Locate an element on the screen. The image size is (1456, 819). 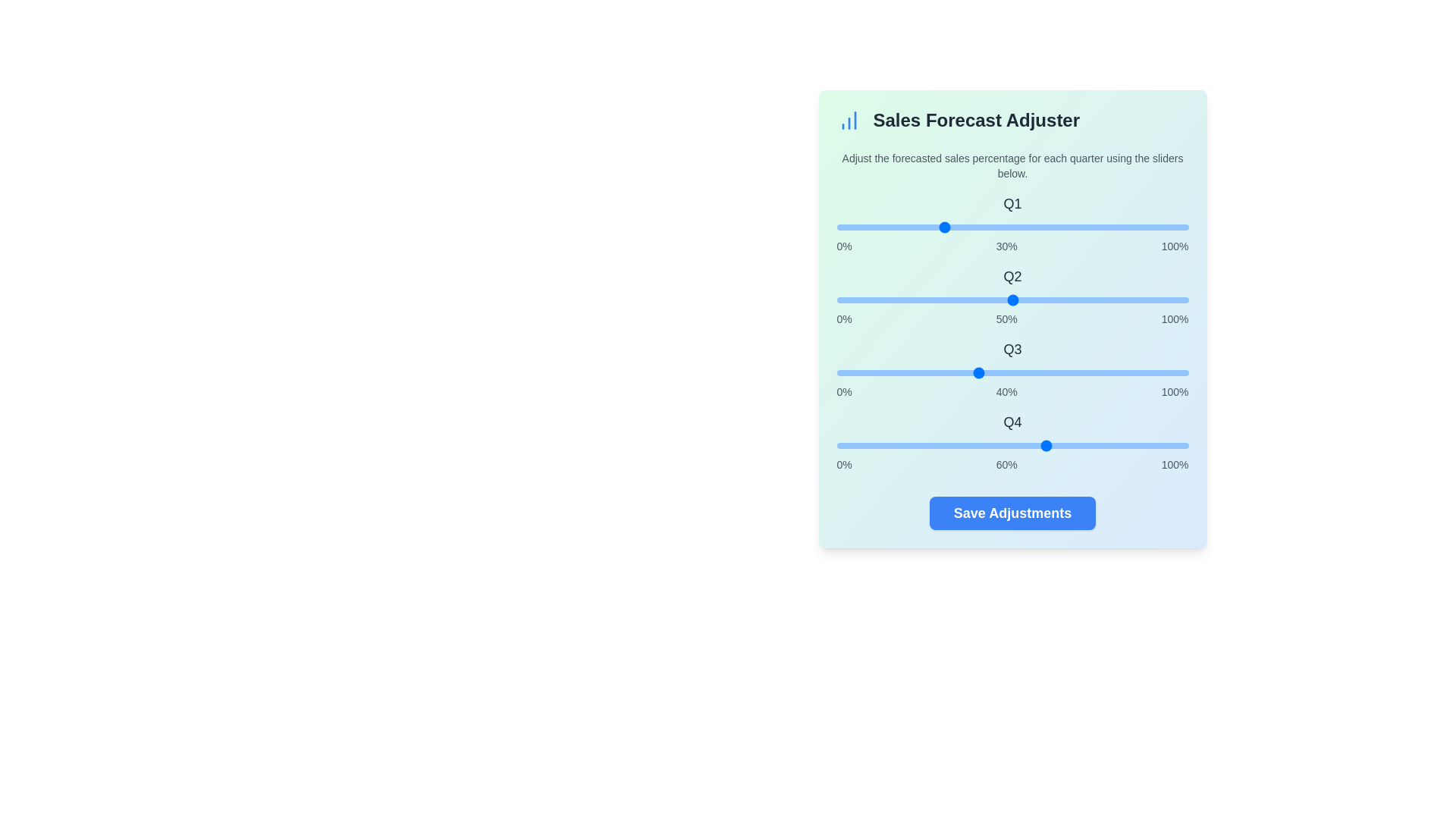
the 'Sales Forecast Adjuster' title to focus or select is located at coordinates (1012, 119).